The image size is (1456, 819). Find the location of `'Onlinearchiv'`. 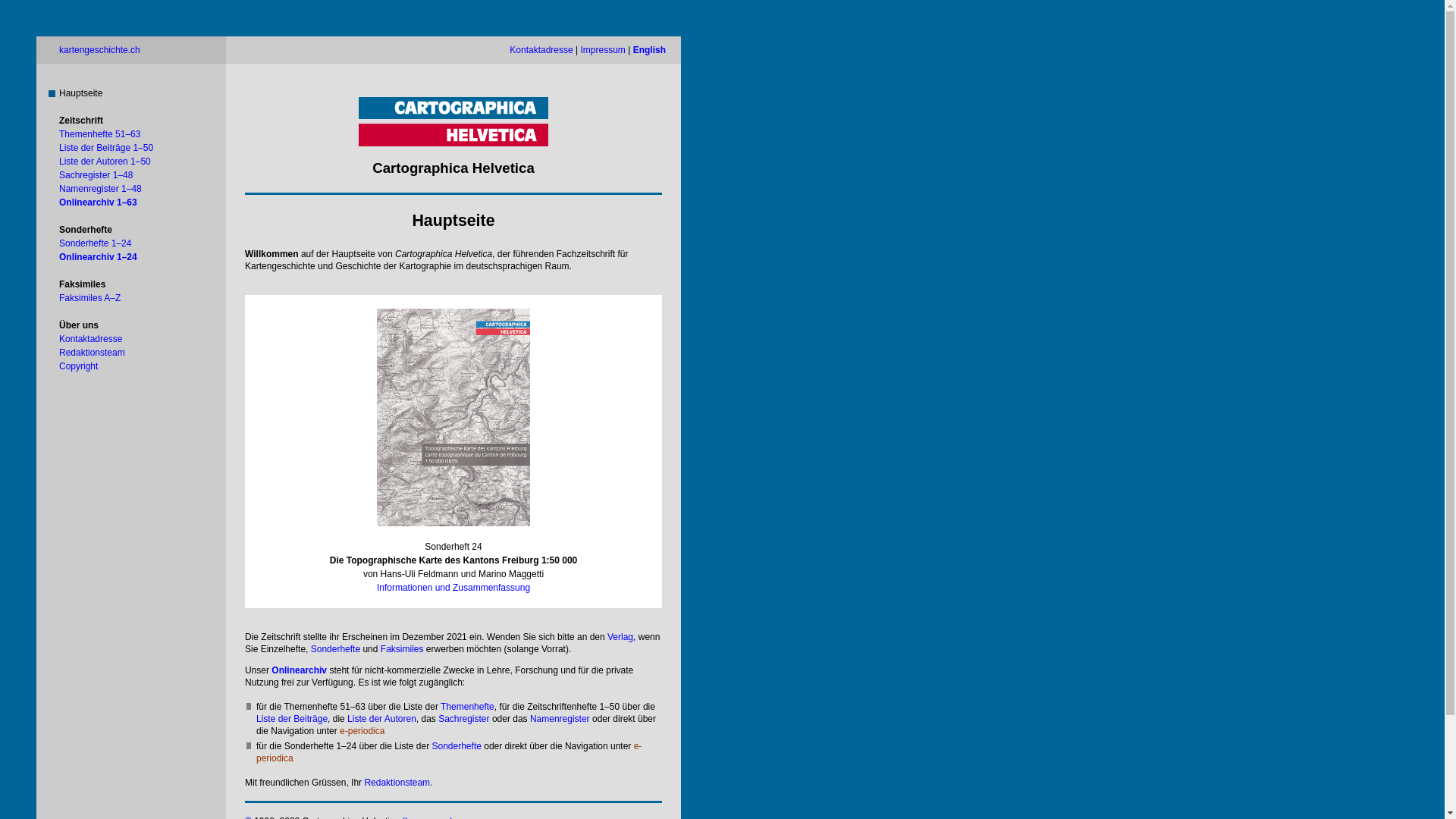

'Onlinearchiv' is located at coordinates (271, 669).